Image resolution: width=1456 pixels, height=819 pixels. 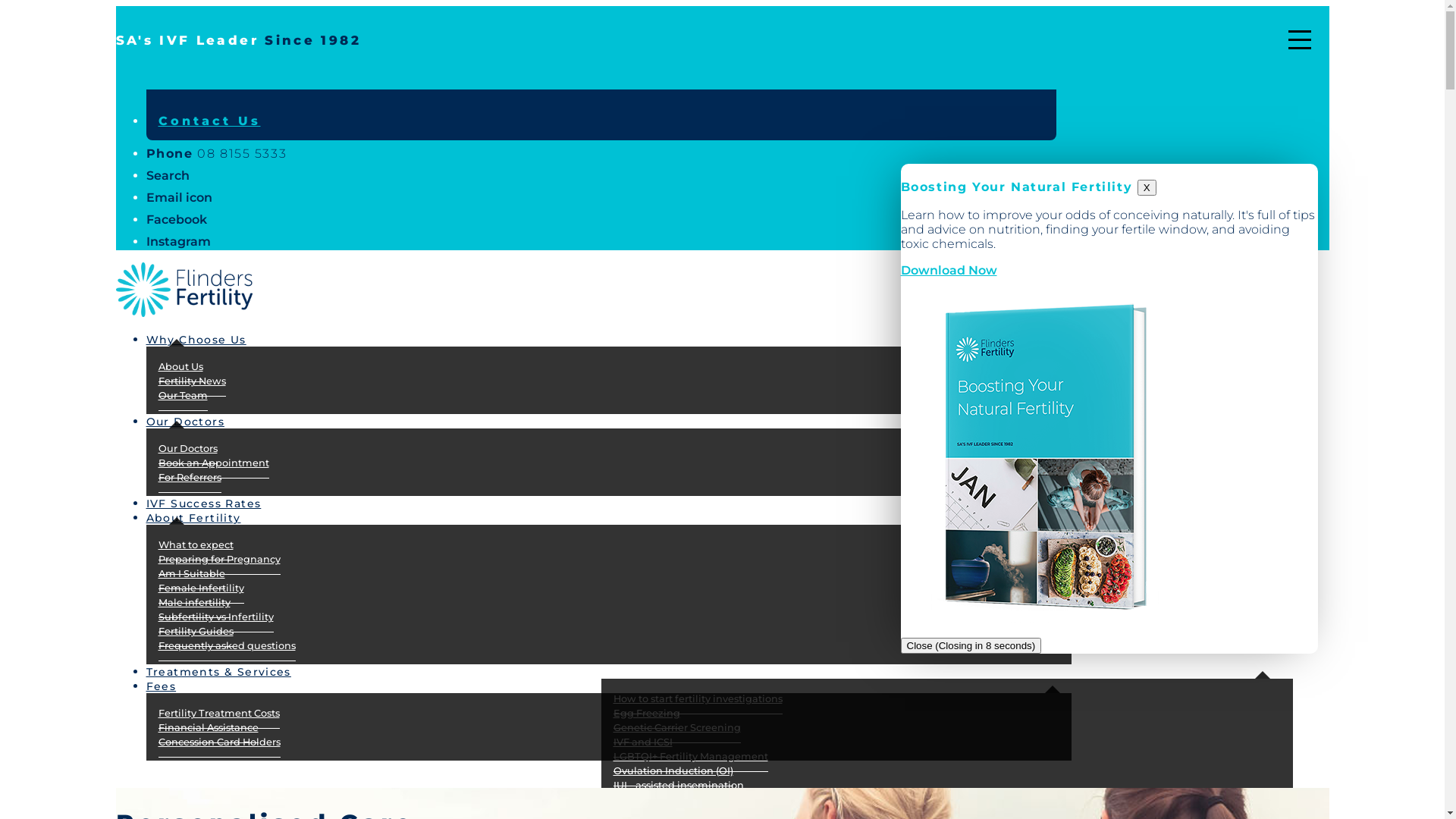 I want to click on 'IVF and ICSI', so click(x=642, y=742).